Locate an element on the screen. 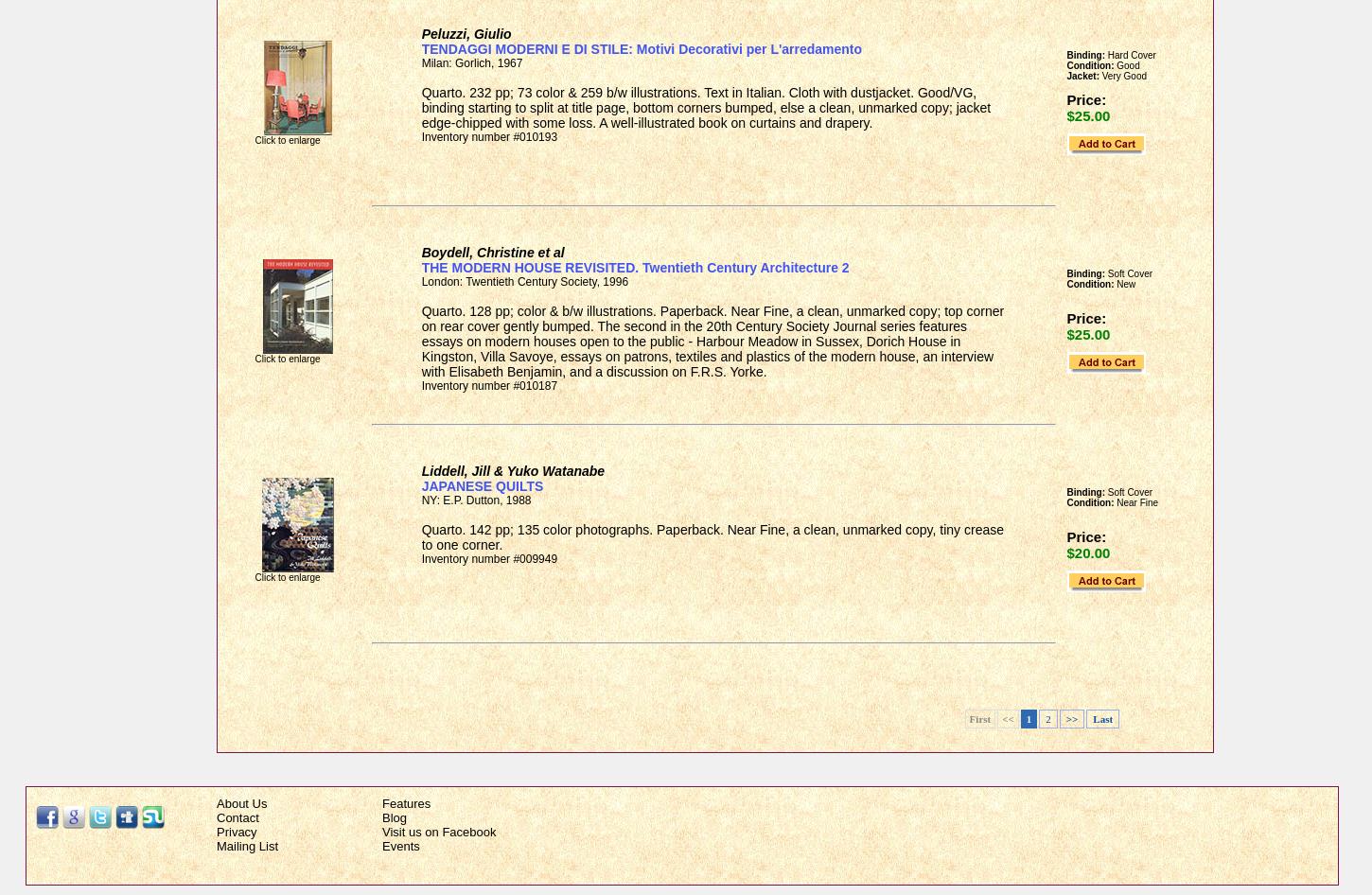 The height and width of the screenshot is (895, 1372). 'Inventory number #010193' is located at coordinates (489, 136).